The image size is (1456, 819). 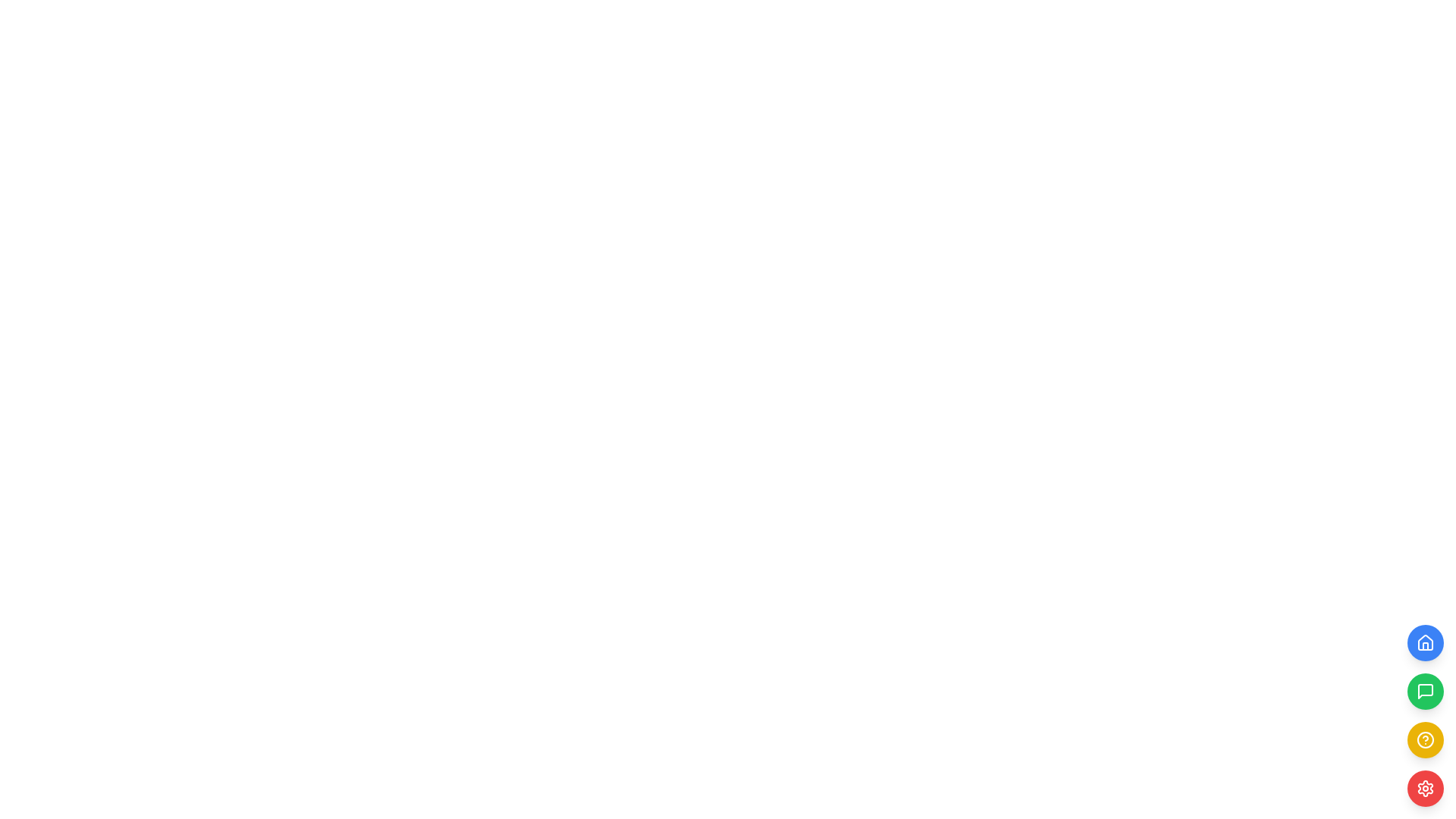 What do you see at coordinates (1425, 646) in the screenshot?
I see `the door element of the house icon in the right-side navigation menu` at bounding box center [1425, 646].